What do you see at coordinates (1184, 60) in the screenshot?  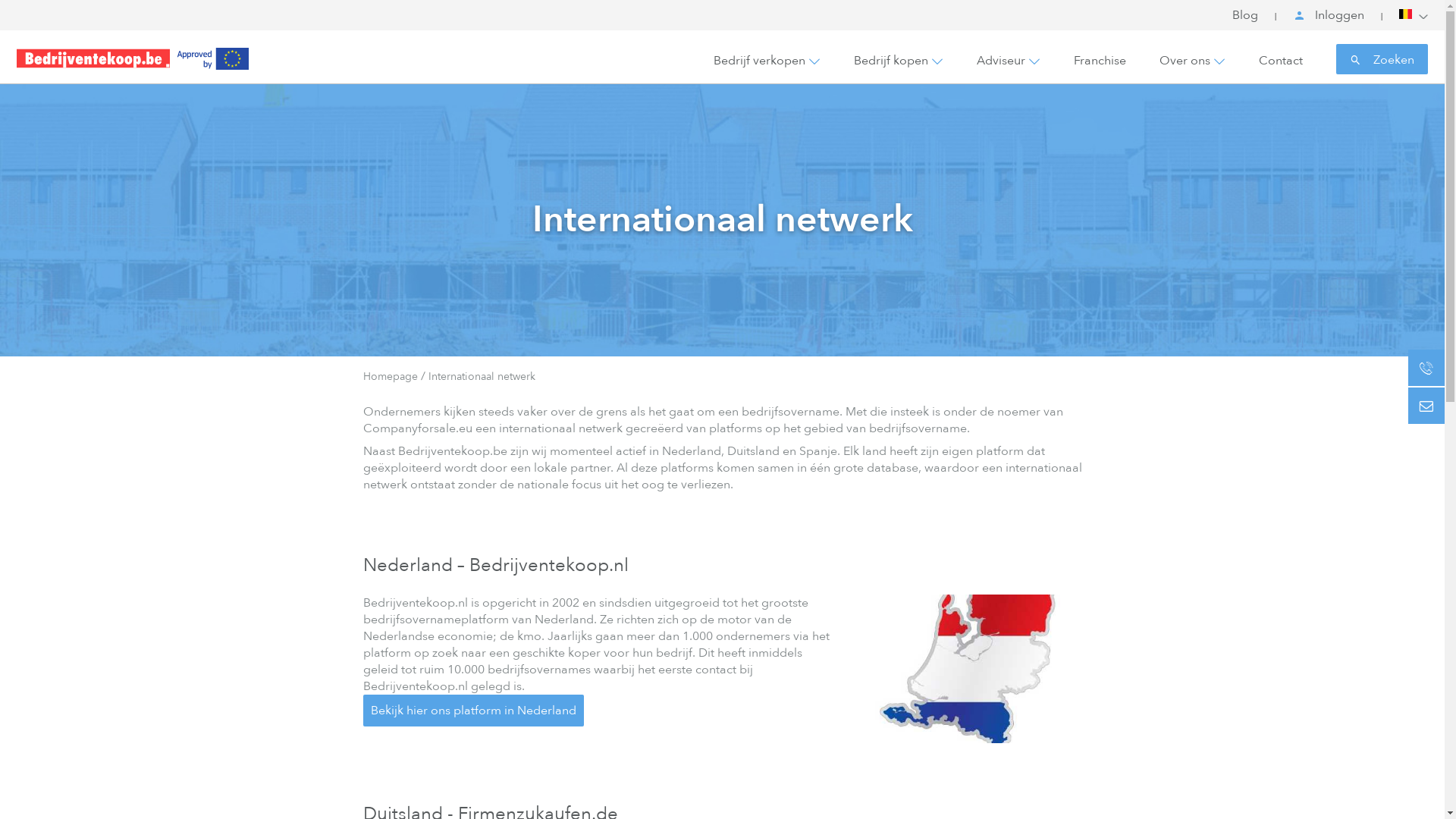 I see `'Over ons'` at bounding box center [1184, 60].